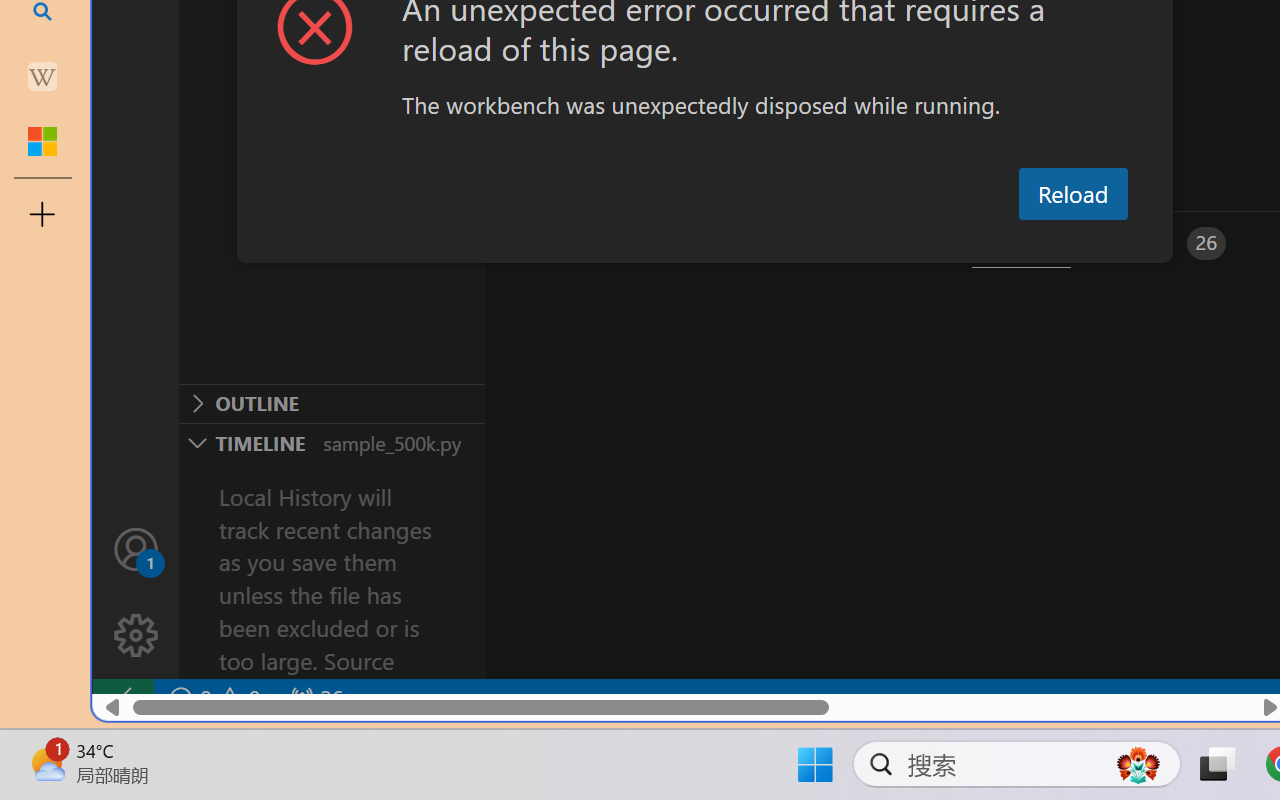  Describe the element at coordinates (331, 441) in the screenshot. I see `'Timeline Section'` at that location.